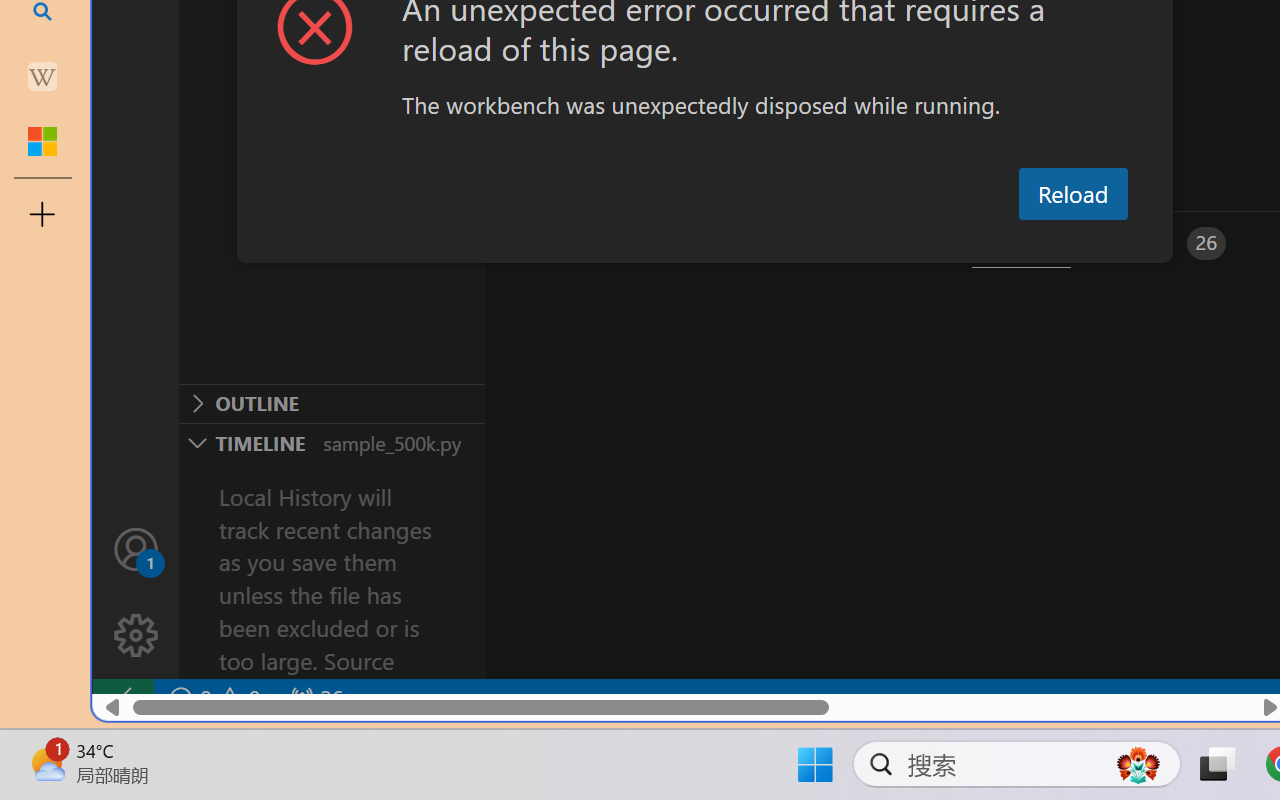  Describe the element at coordinates (331, 441) in the screenshot. I see `'Timeline Section'` at that location.